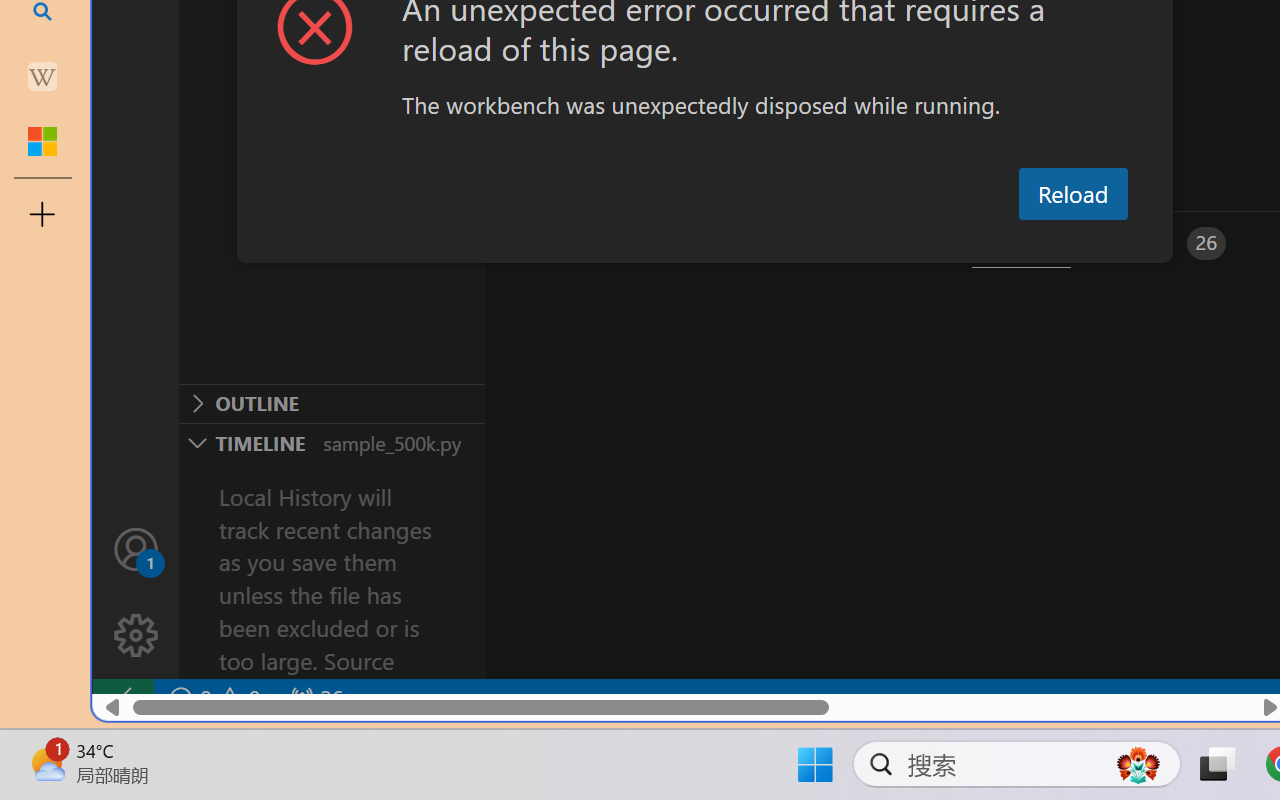  Describe the element at coordinates (331, 441) in the screenshot. I see `'Timeline Section'` at that location.